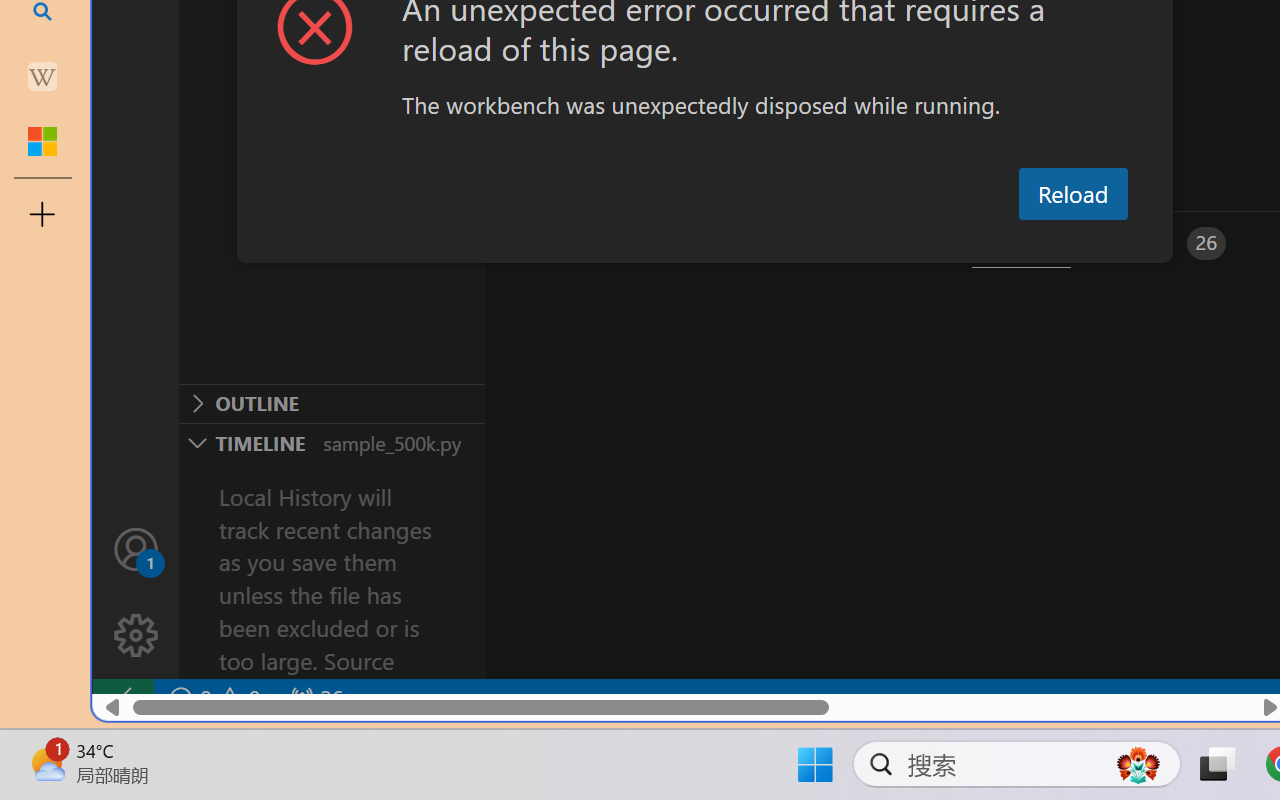  Describe the element at coordinates (331, 441) in the screenshot. I see `'Timeline Section'` at that location.